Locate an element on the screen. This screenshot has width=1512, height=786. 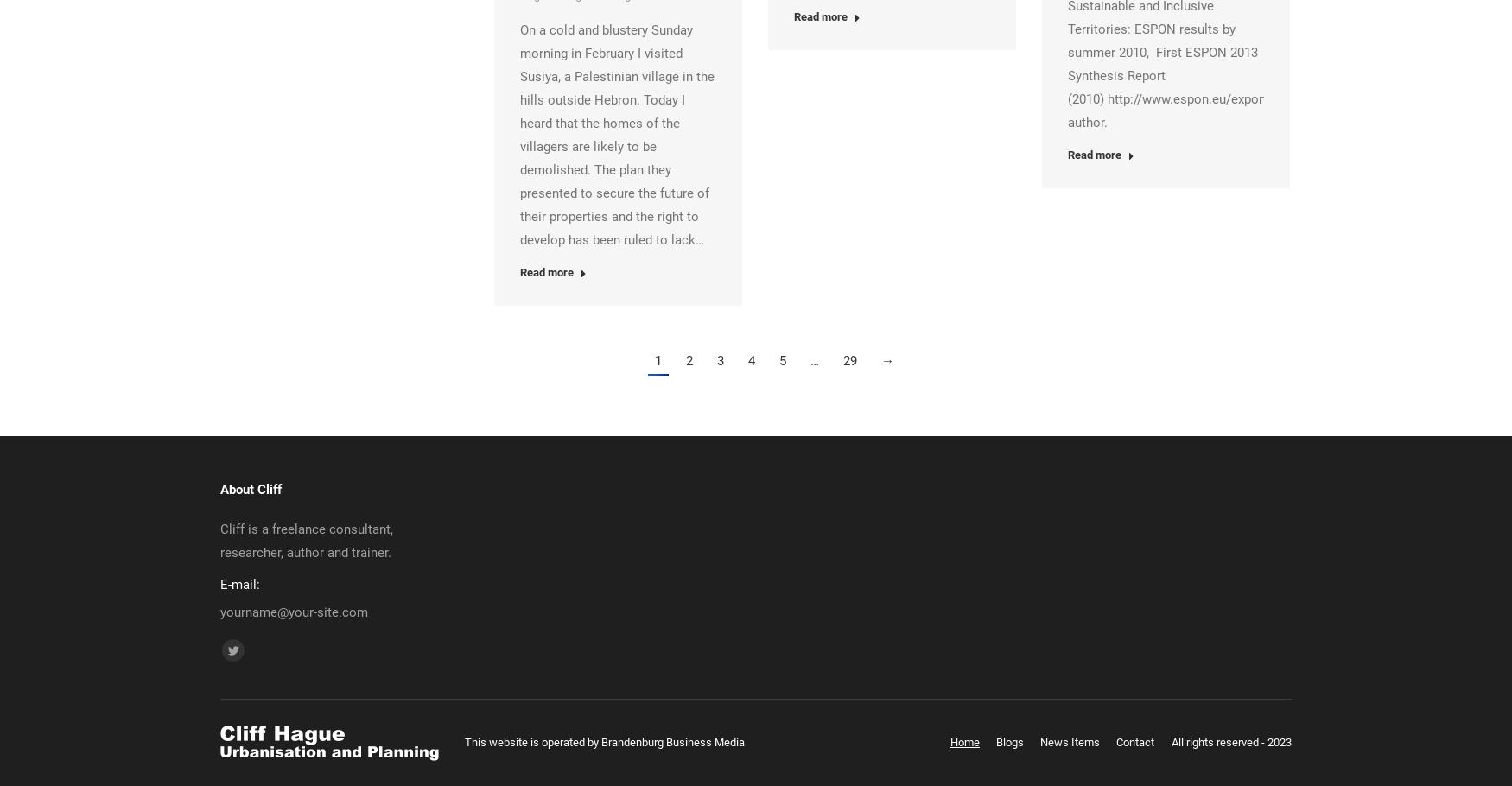
'Blogs' is located at coordinates (1009, 741).